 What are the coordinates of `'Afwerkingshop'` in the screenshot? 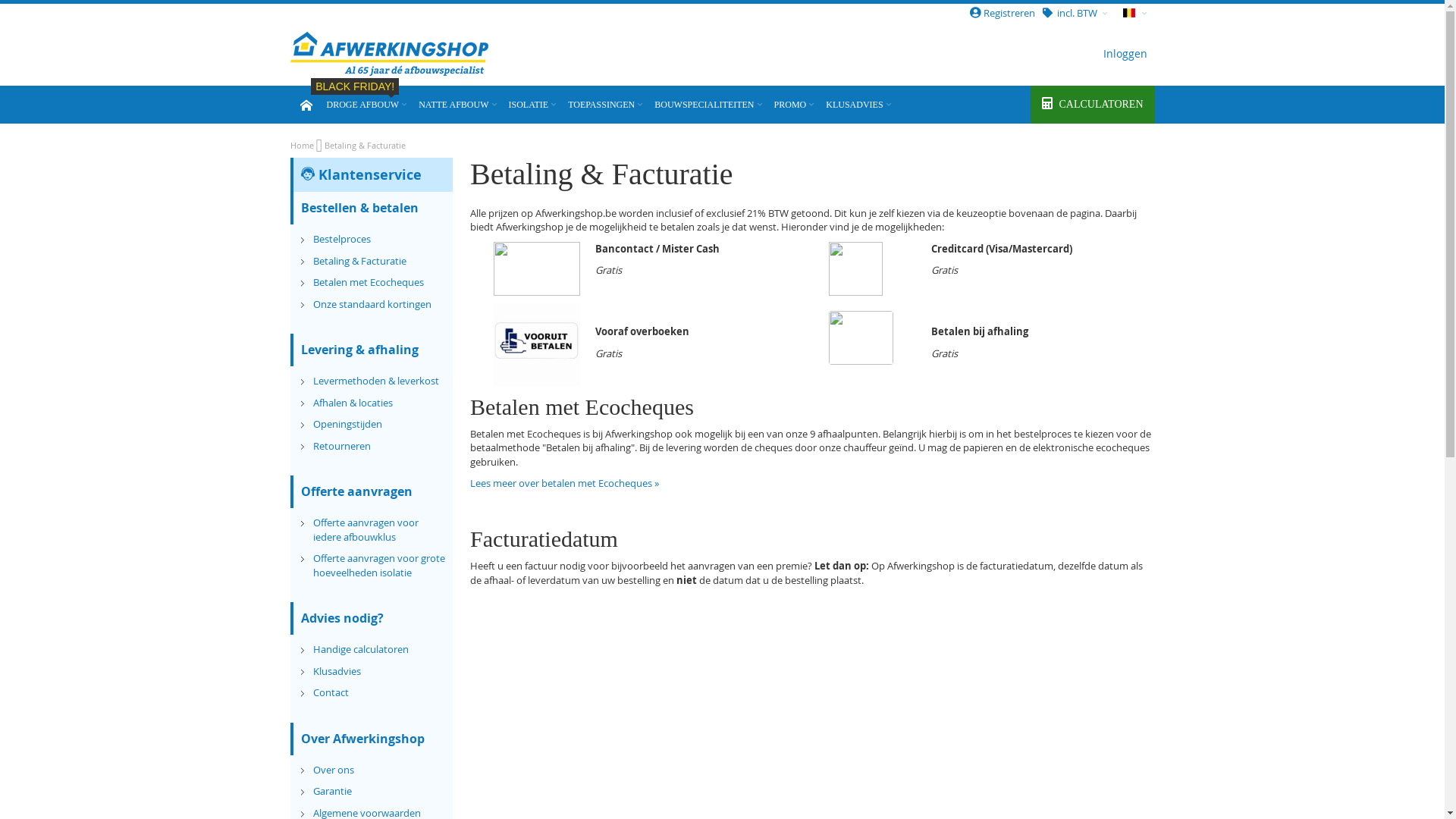 It's located at (388, 52).